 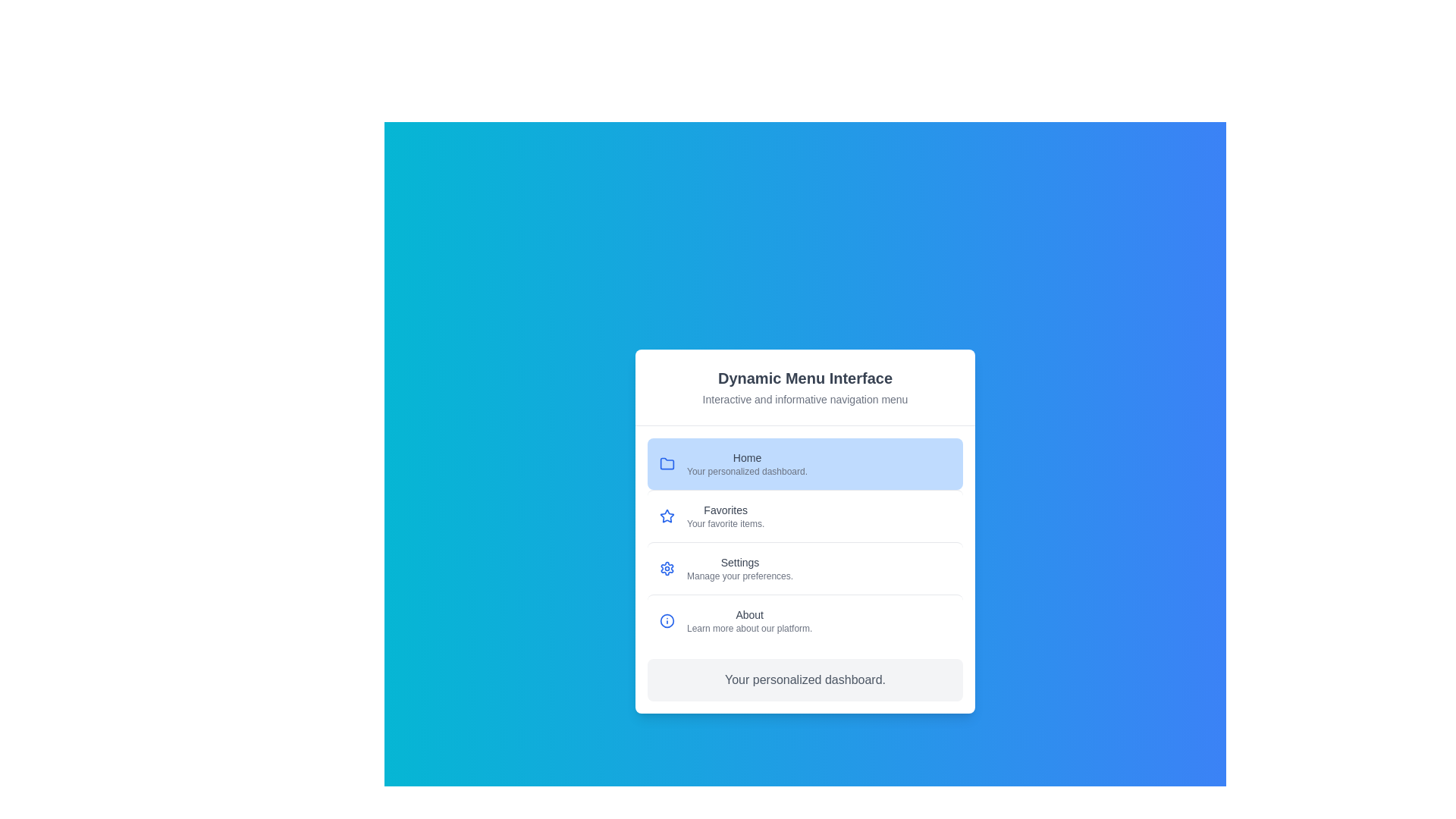 What do you see at coordinates (804, 568) in the screenshot?
I see `the menu item Settings to display its description` at bounding box center [804, 568].